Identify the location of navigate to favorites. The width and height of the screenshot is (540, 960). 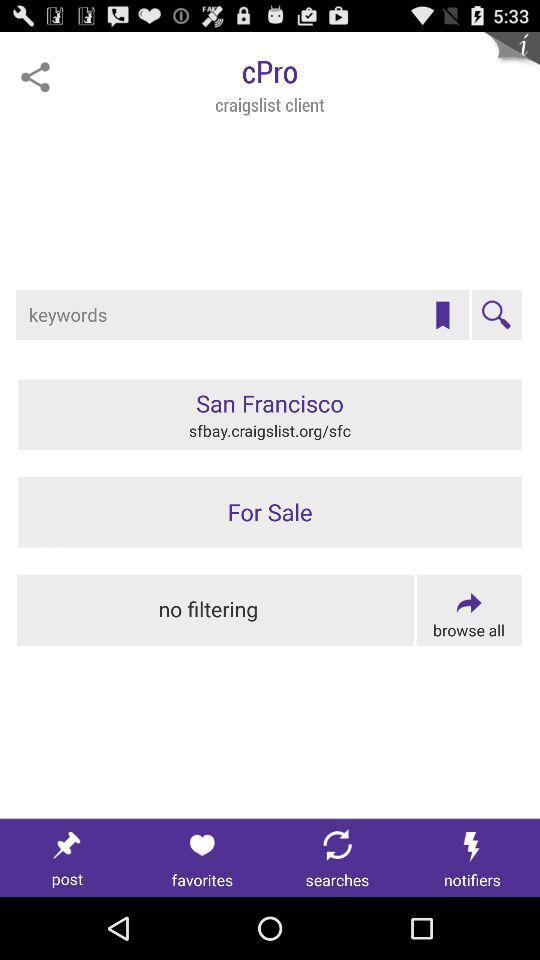
(202, 857).